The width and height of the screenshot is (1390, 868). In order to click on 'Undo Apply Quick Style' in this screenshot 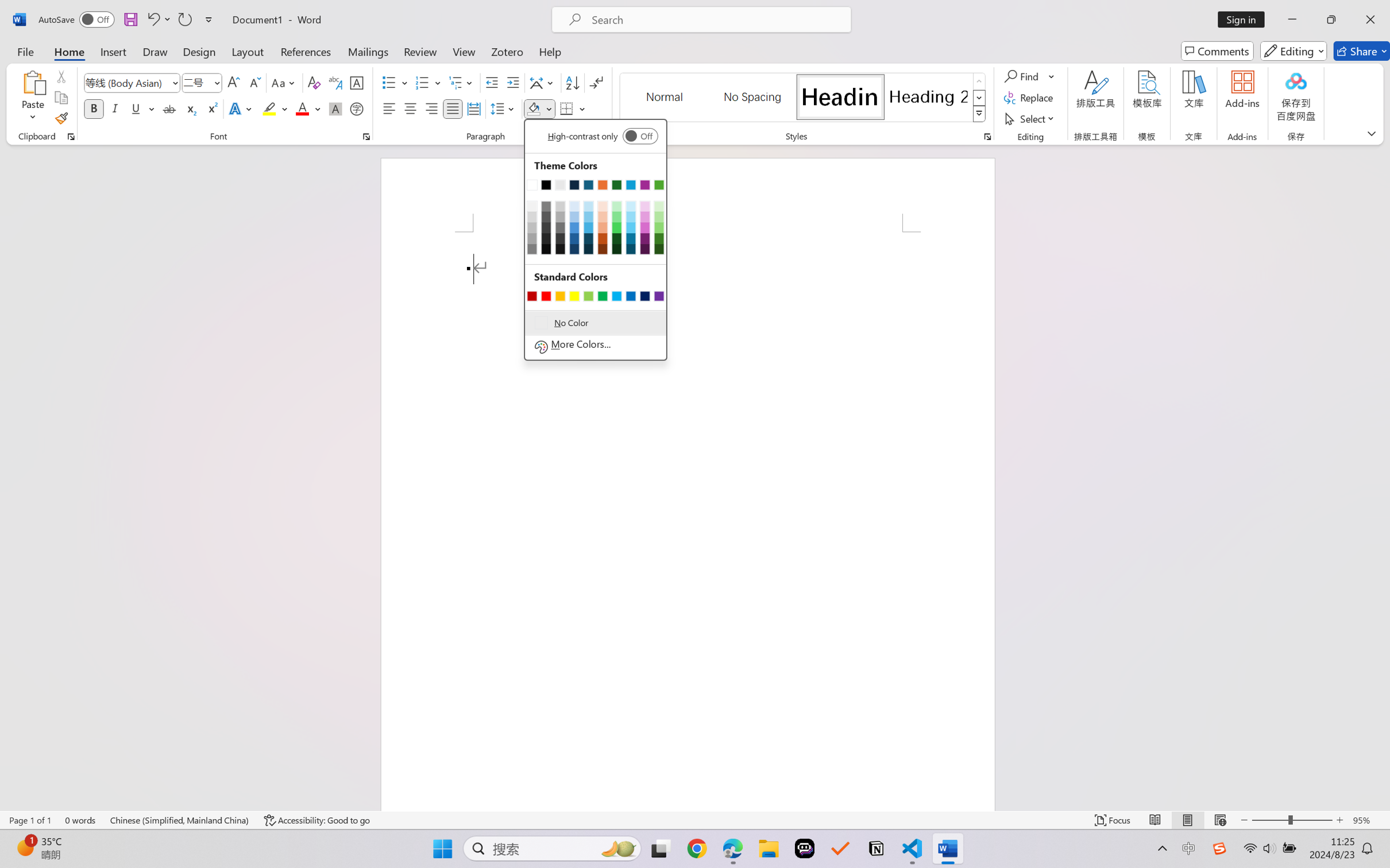, I will do `click(157, 19)`.